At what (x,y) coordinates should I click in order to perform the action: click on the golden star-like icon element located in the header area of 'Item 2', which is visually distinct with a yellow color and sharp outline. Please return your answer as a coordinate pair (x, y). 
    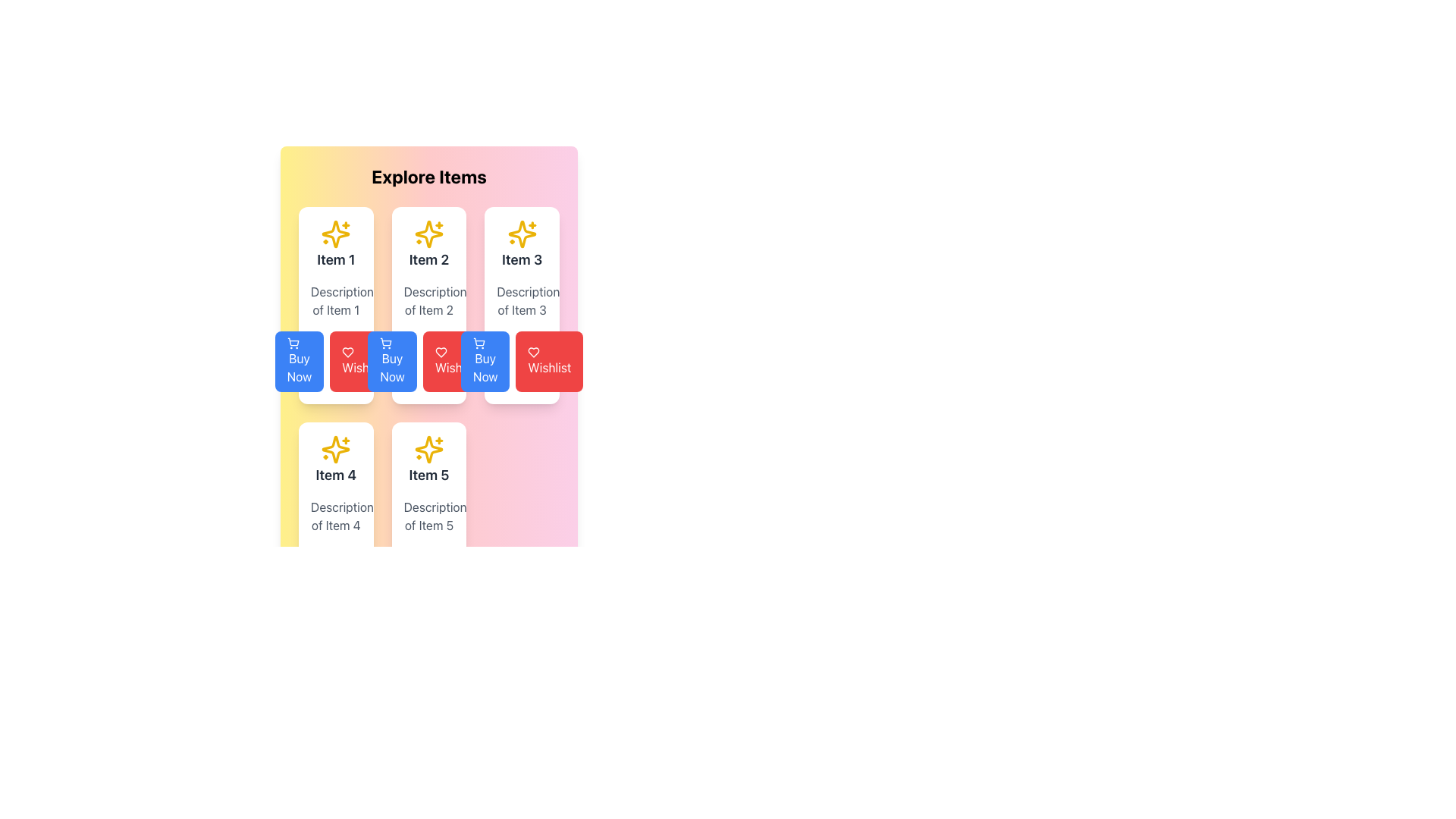
    Looking at the image, I should click on (428, 234).